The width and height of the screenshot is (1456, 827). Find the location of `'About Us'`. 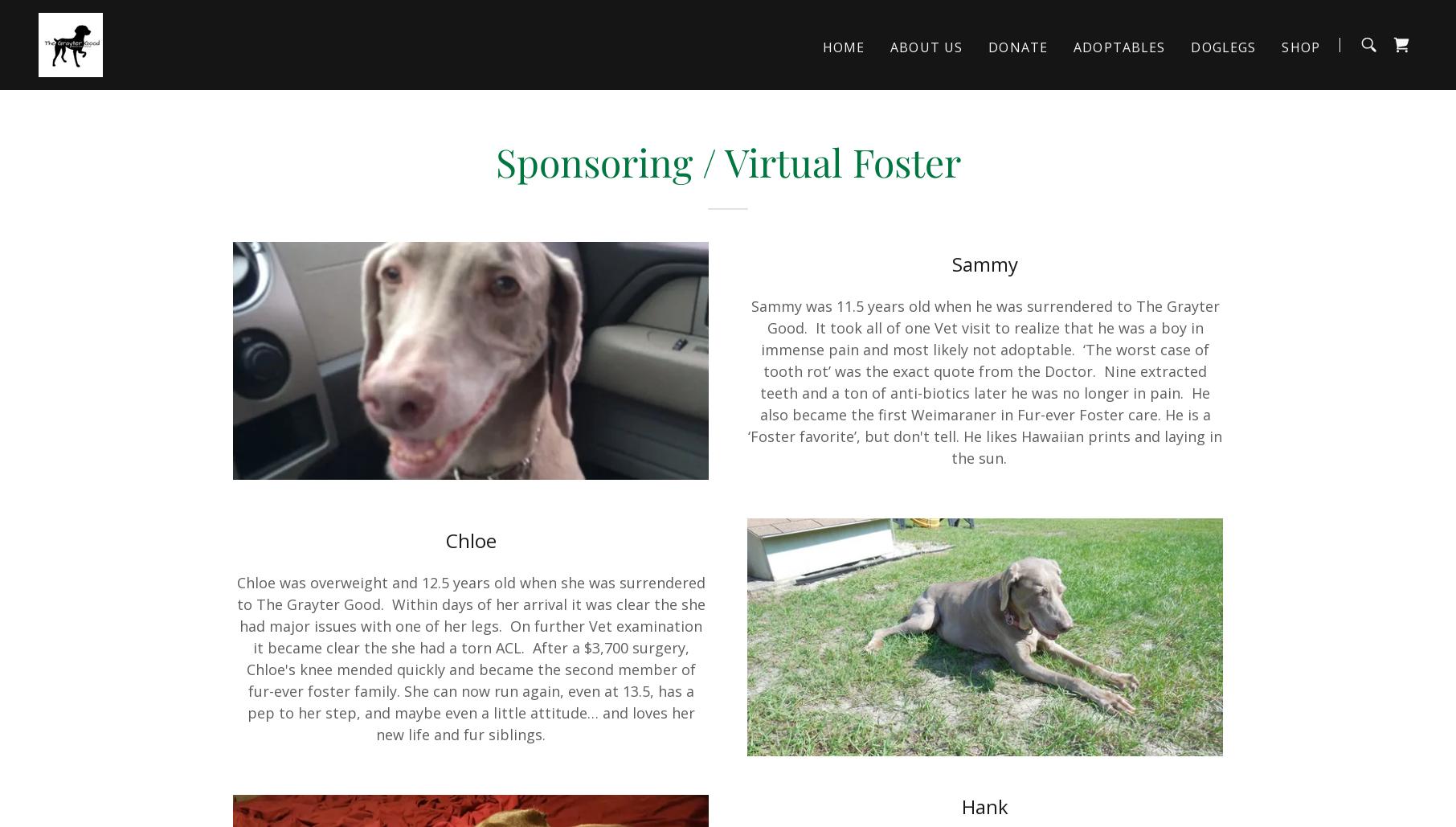

'About Us' is located at coordinates (926, 47).